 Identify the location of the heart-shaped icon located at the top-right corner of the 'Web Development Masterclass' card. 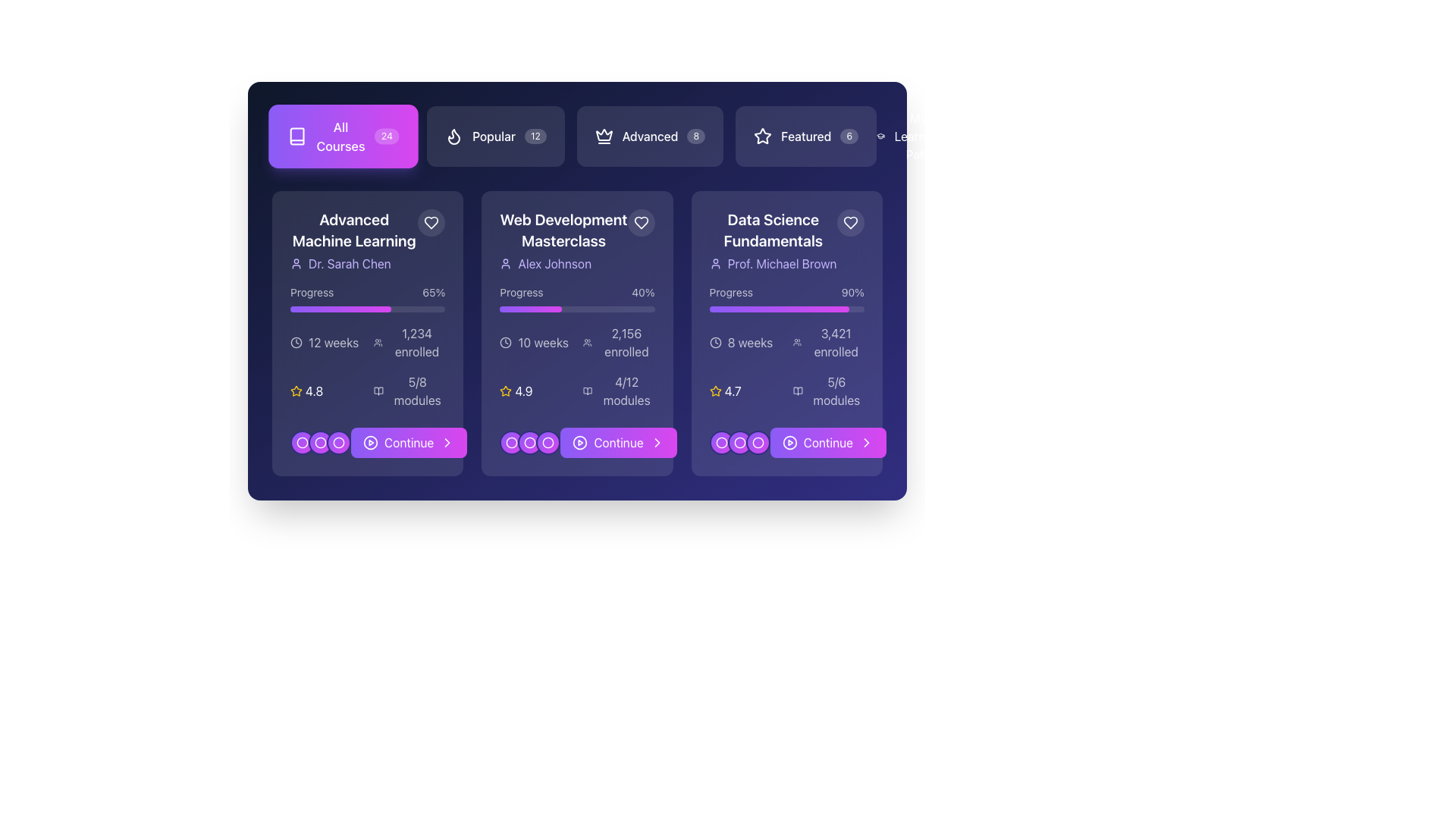
(641, 222).